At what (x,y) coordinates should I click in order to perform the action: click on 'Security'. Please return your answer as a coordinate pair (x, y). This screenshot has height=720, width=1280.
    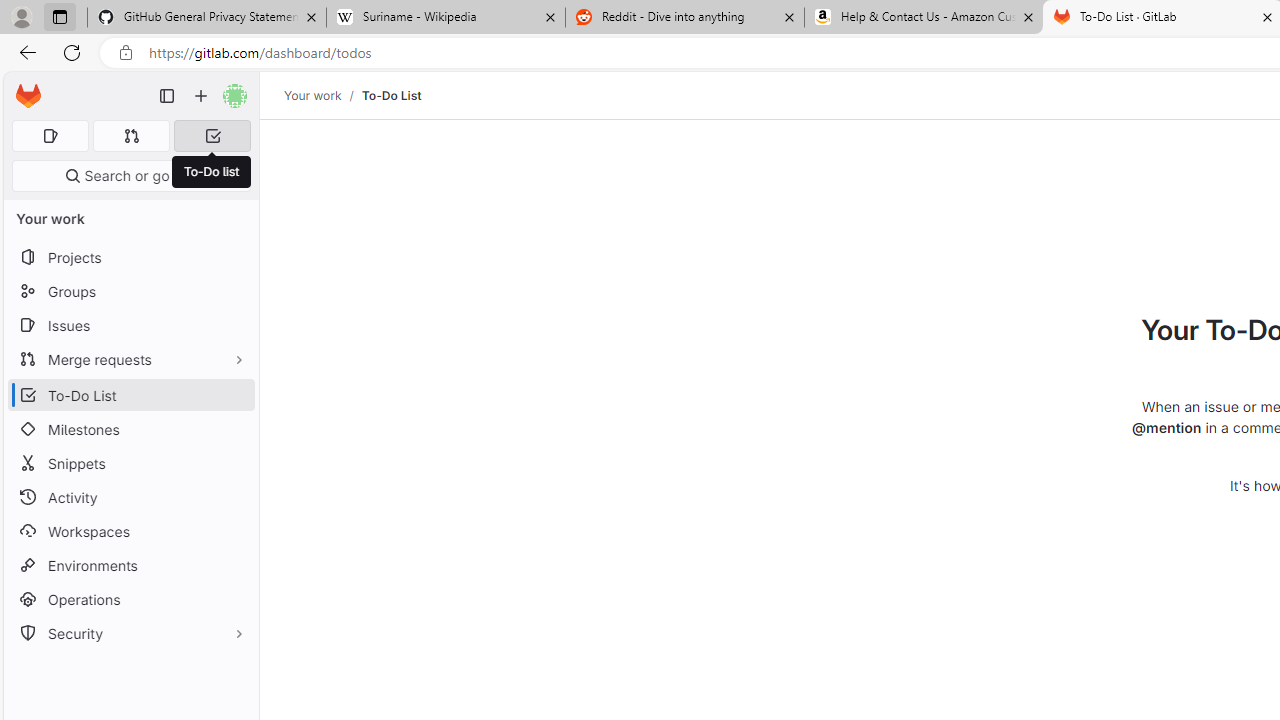
    Looking at the image, I should click on (130, 633).